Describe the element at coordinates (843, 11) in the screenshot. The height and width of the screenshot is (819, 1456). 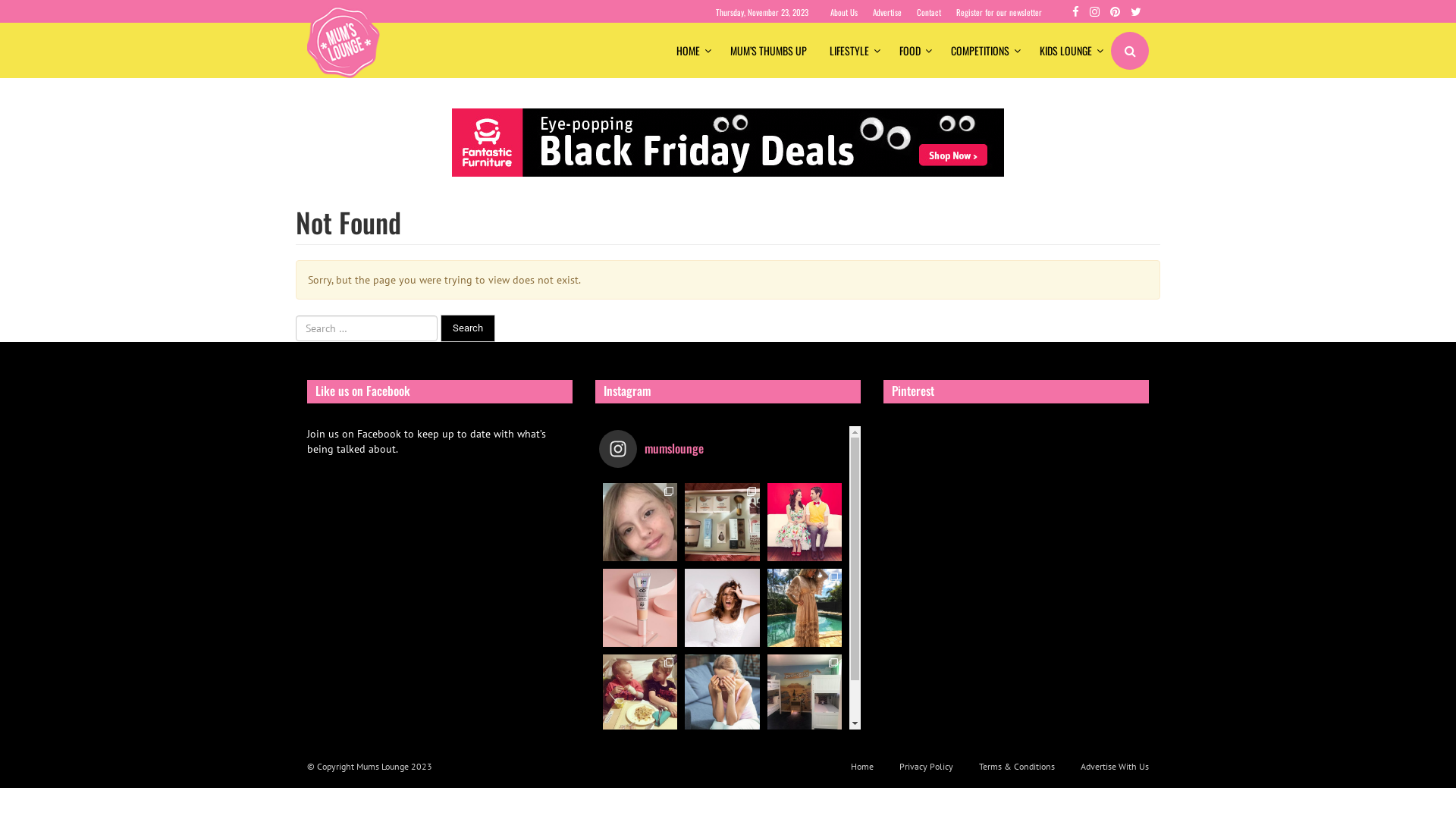
I see `'About Us'` at that location.